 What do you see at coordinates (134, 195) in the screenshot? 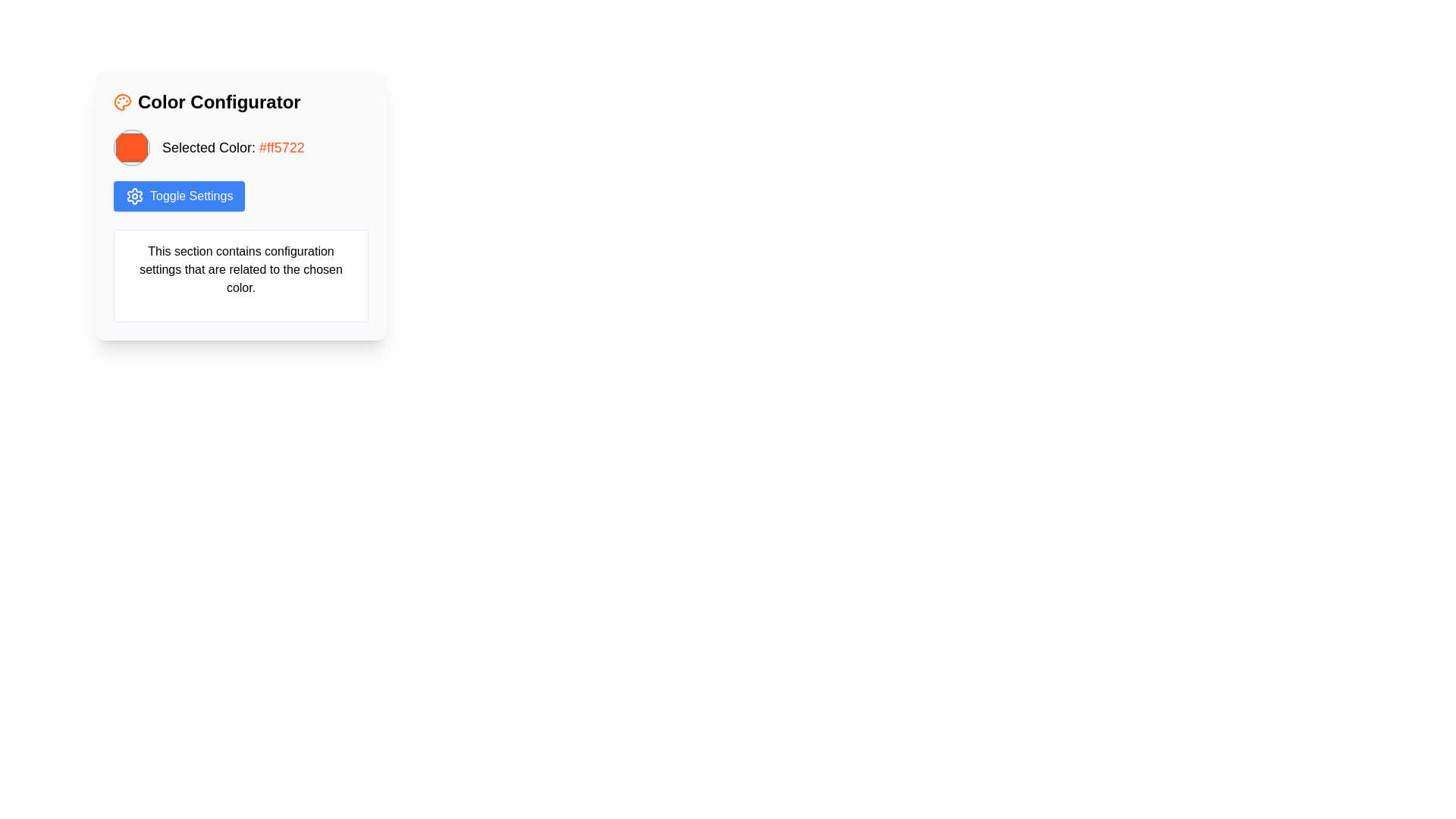
I see `the settings toggle icon located centrally within the 'Toggle Settings' button area` at bounding box center [134, 195].